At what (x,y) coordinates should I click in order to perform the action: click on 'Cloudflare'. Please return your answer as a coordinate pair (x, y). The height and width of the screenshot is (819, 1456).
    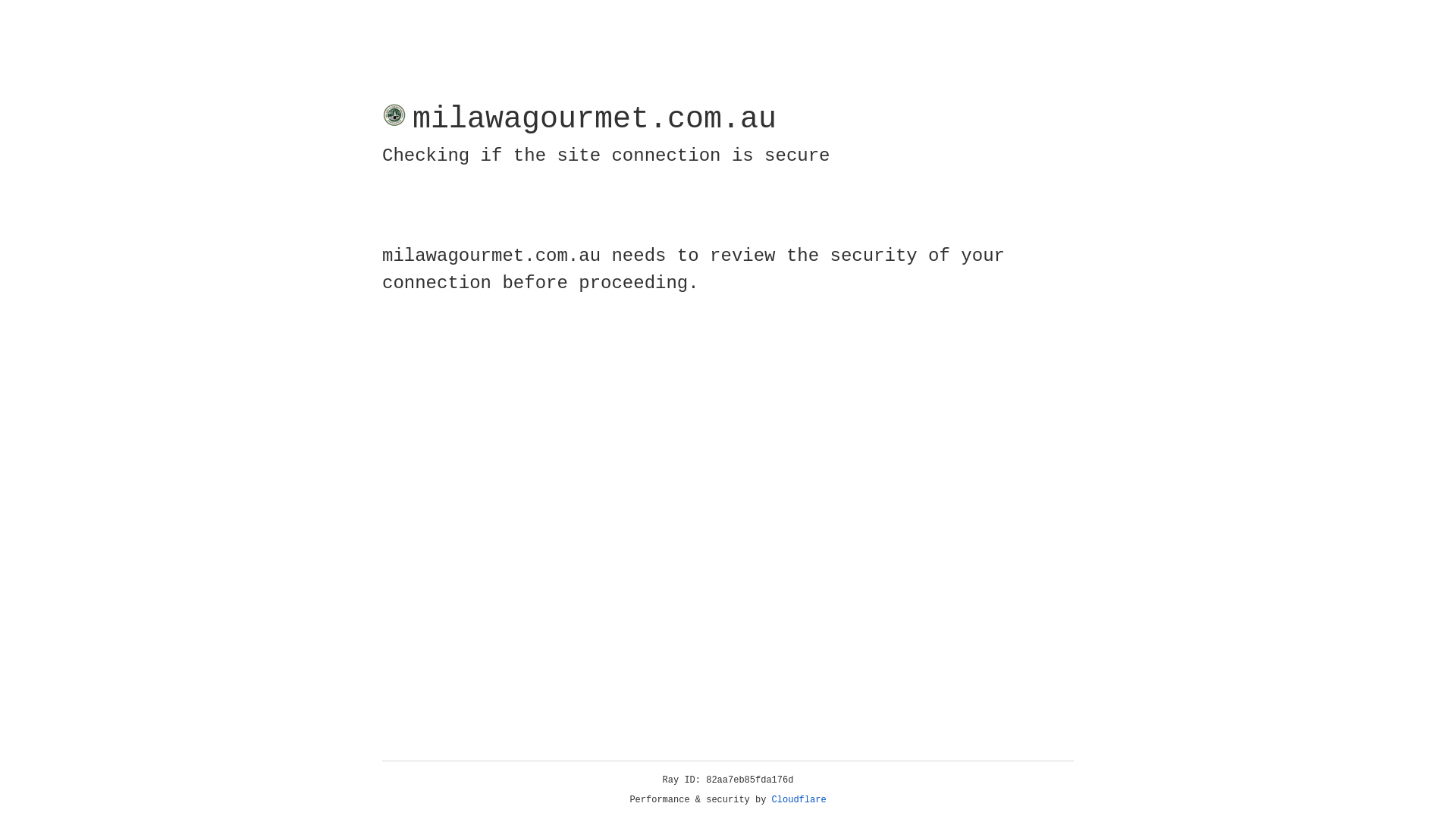
    Looking at the image, I should click on (799, 799).